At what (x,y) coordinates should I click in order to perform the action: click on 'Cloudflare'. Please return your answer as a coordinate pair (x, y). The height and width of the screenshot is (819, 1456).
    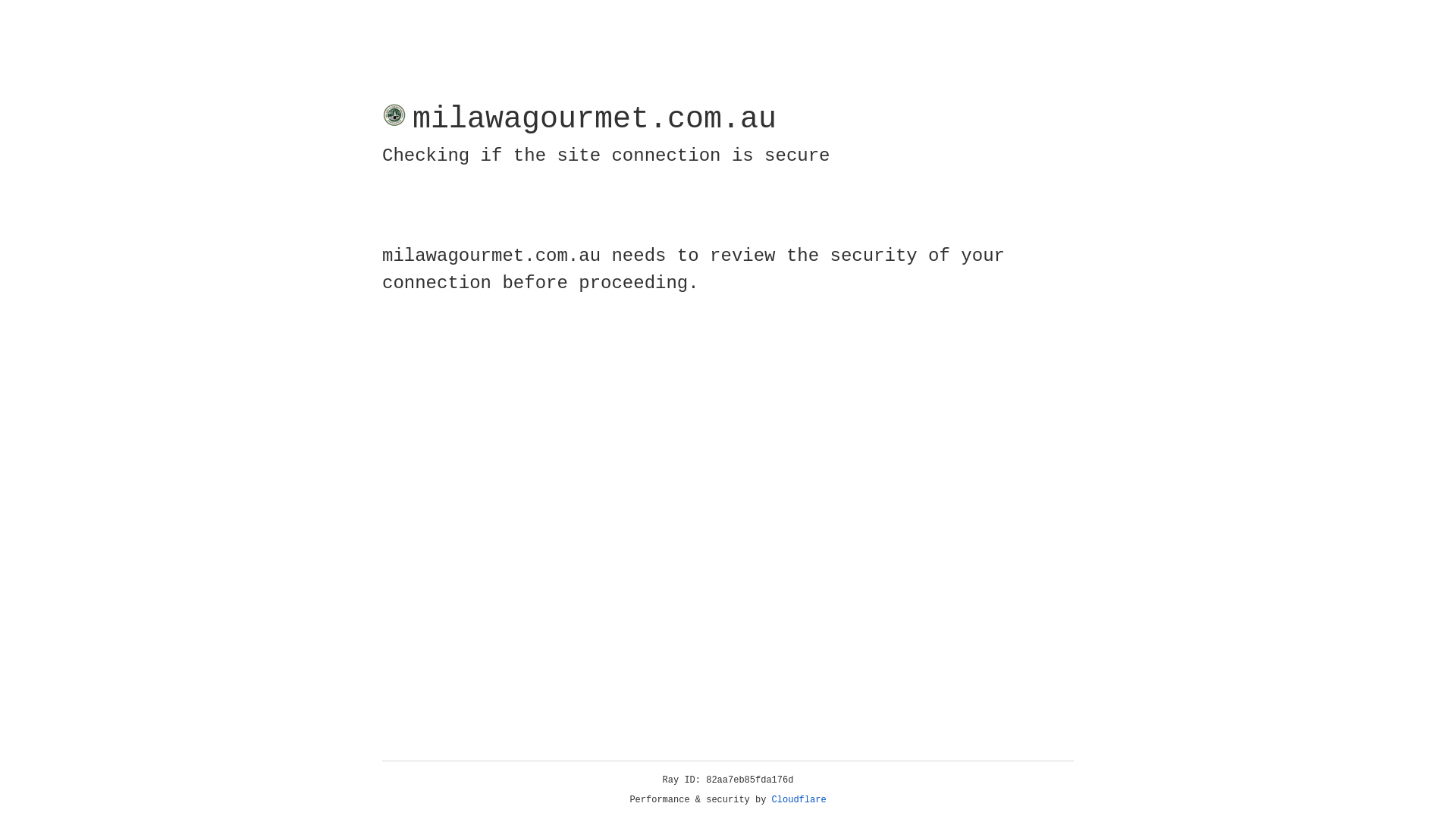
    Looking at the image, I should click on (799, 799).